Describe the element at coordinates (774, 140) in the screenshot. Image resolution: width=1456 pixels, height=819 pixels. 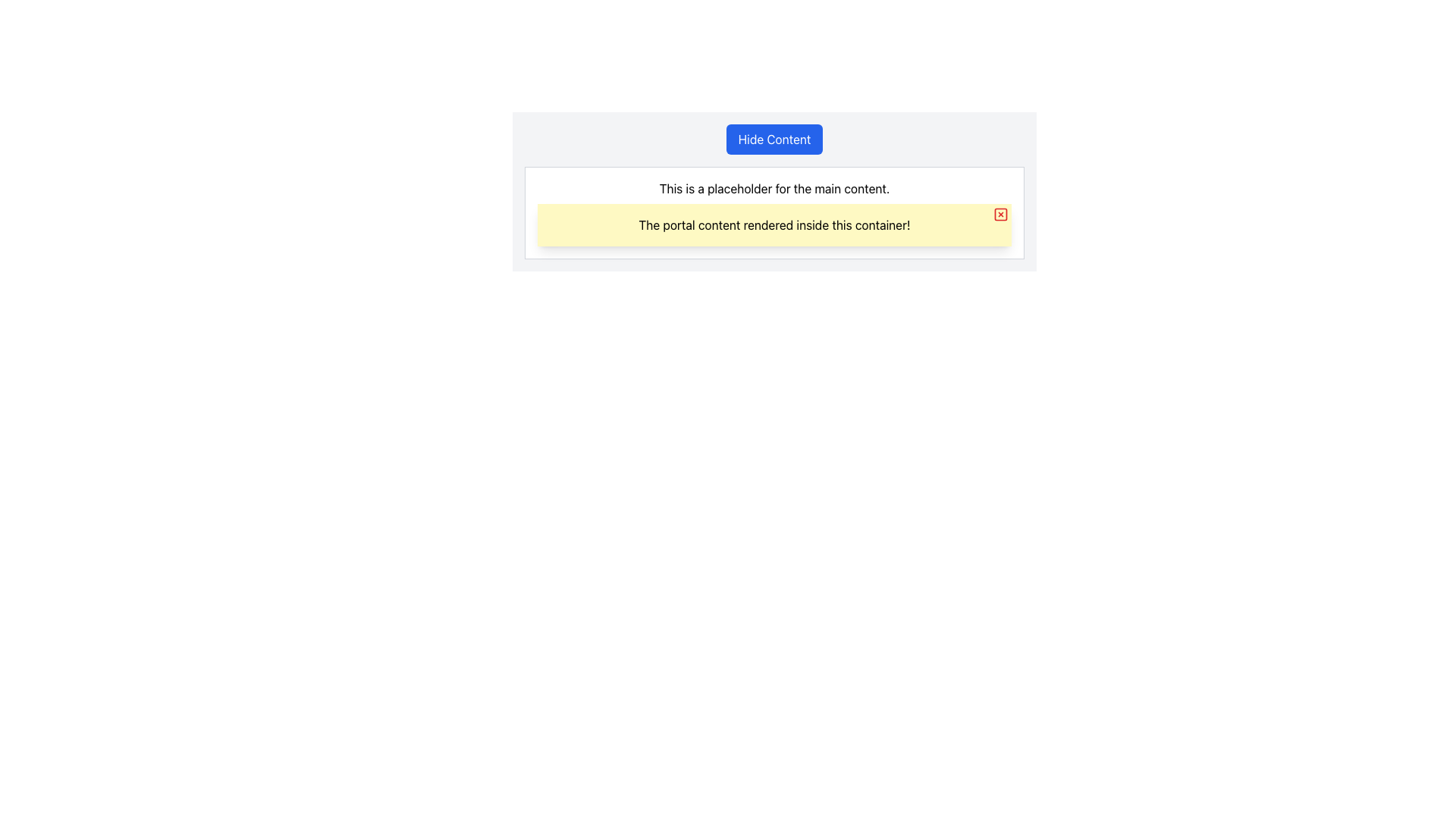
I see `the blue button with rounded corners labeled 'Hide Content'` at that location.